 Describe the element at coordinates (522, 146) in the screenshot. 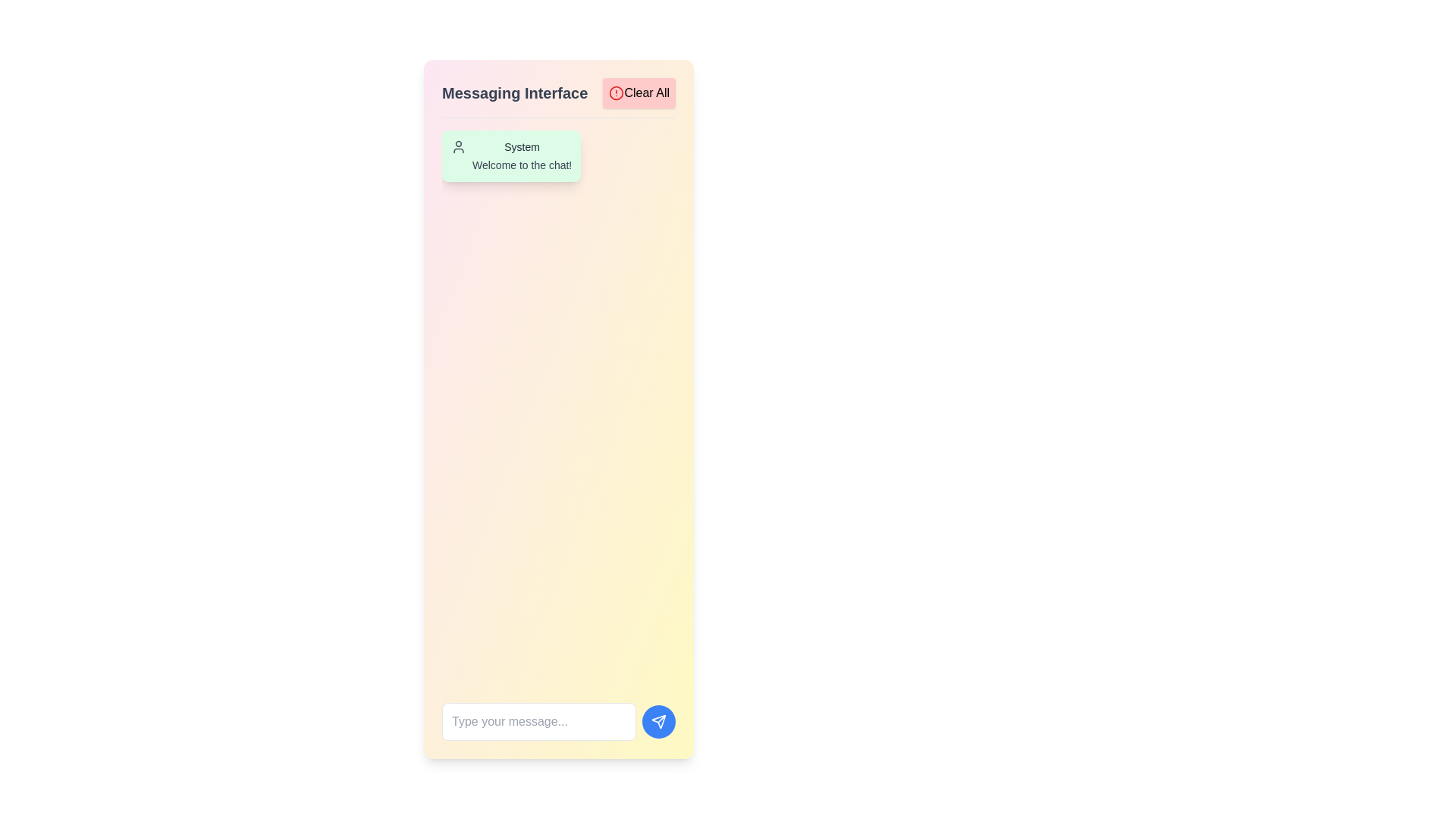

I see `the static text label identifying 'System' as the sender in the green card under the 'Messaging Interface' header` at that location.